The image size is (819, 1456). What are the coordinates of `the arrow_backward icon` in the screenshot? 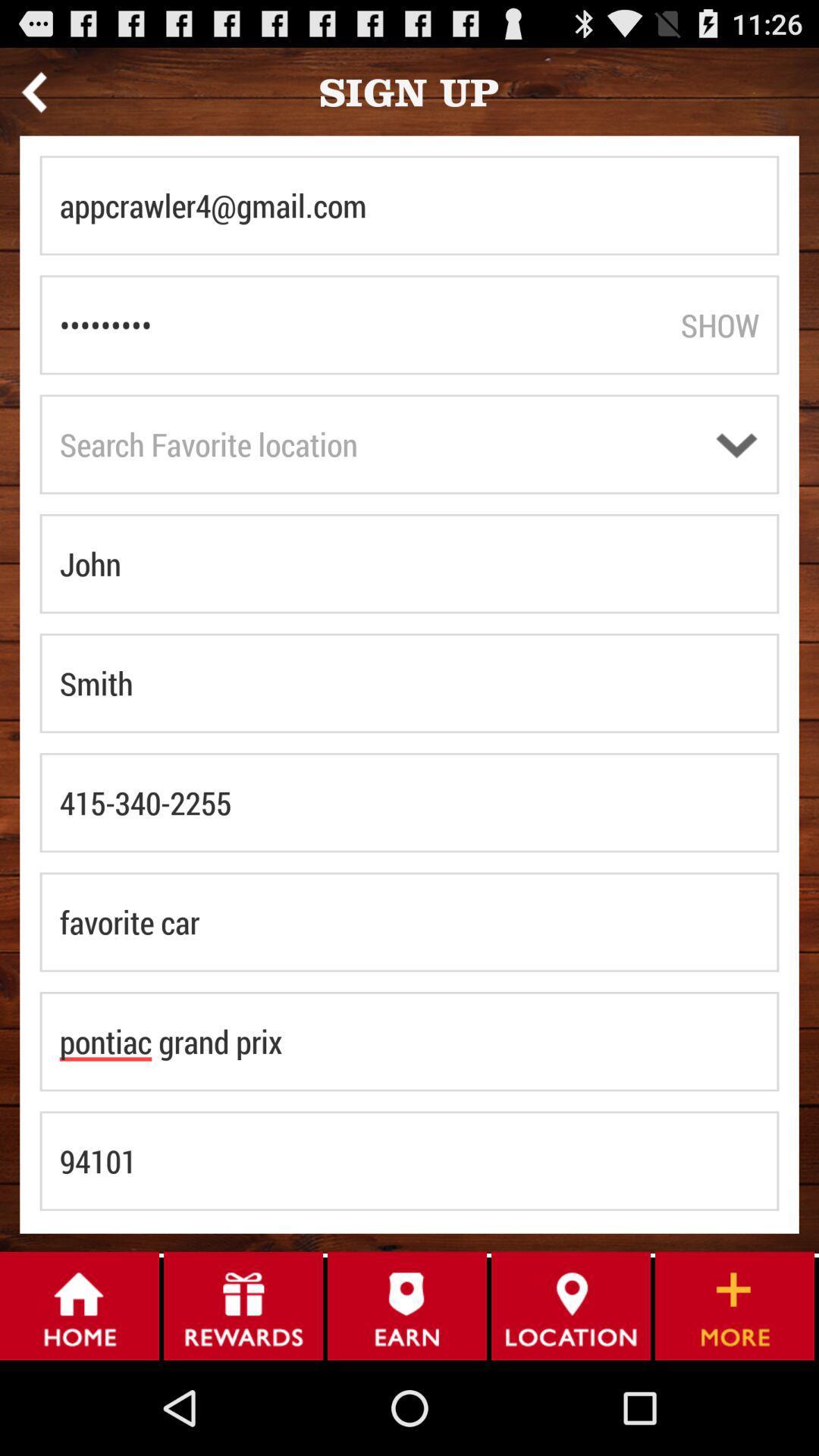 It's located at (33, 97).